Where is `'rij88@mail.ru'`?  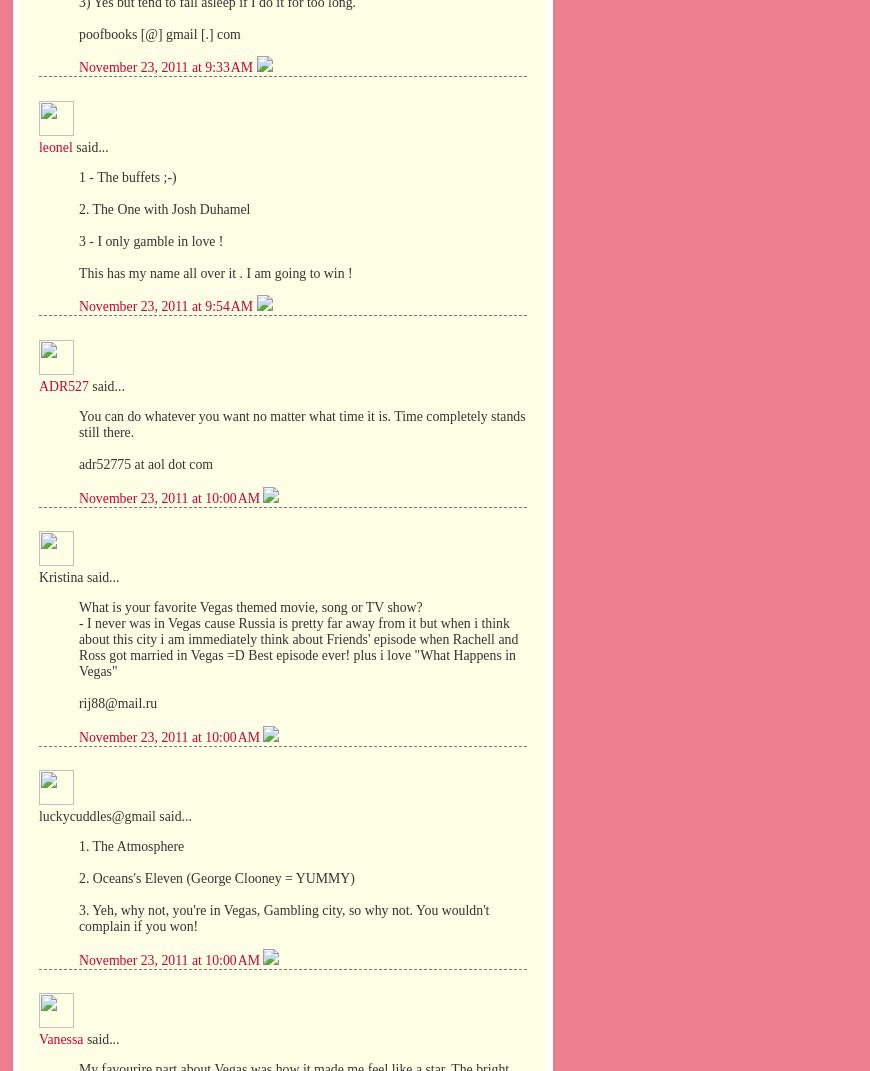
'rij88@mail.ru' is located at coordinates (116, 702).